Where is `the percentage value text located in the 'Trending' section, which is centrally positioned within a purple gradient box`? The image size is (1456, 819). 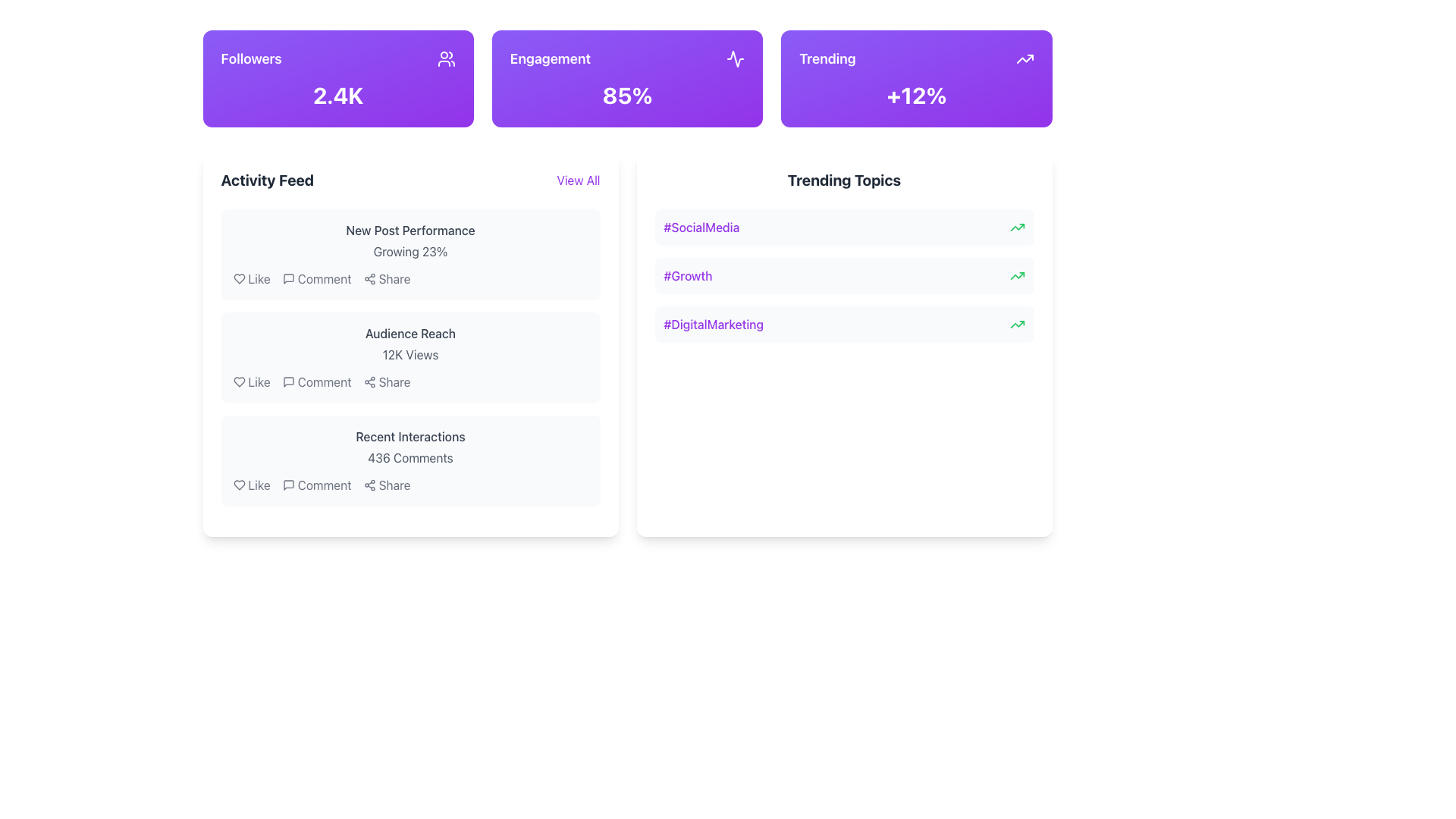
the percentage value text located in the 'Trending' section, which is centrally positioned within a purple gradient box is located at coordinates (915, 96).